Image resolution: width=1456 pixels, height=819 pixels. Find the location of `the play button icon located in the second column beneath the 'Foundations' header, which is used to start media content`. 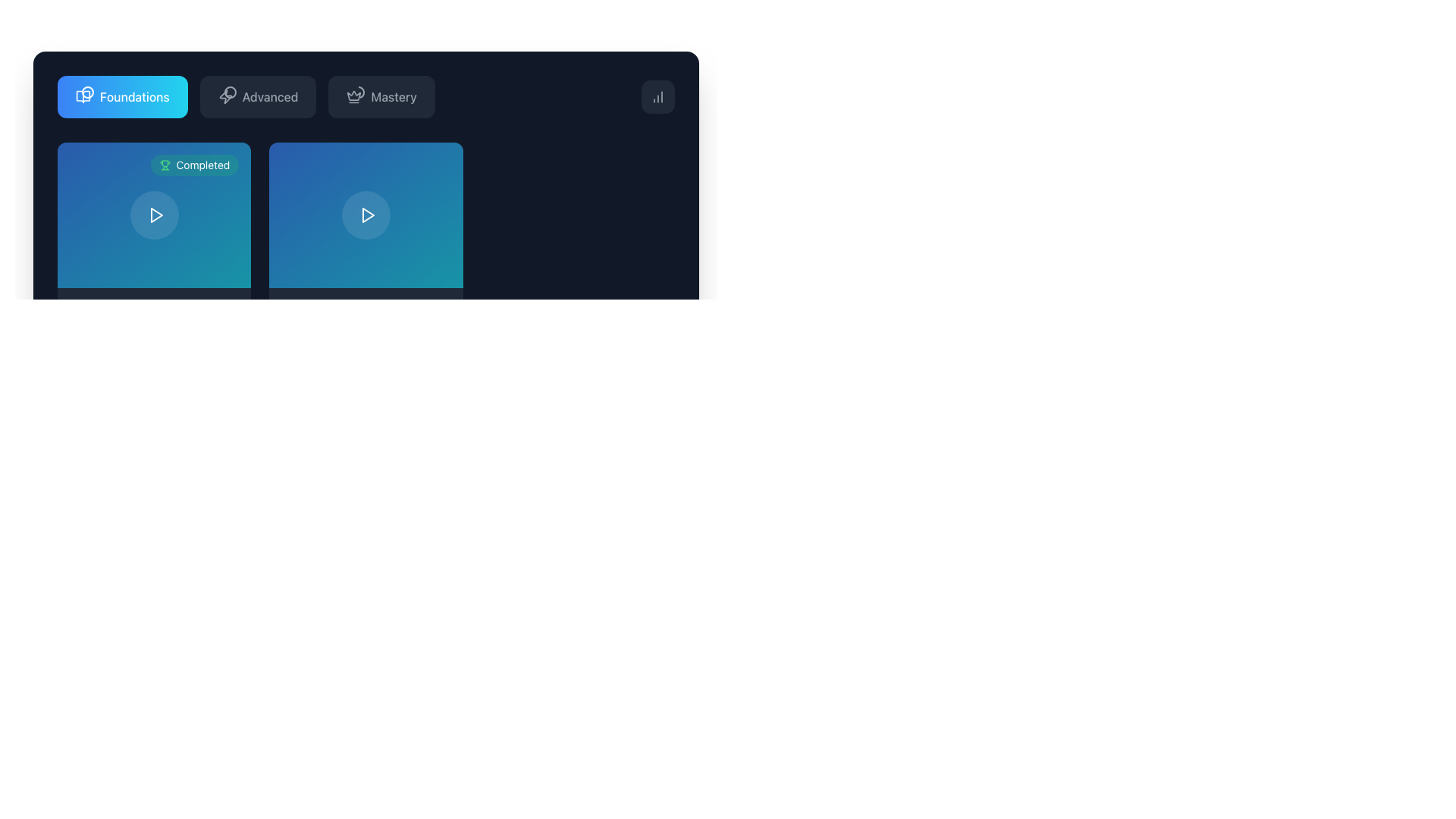

the play button icon located in the second column beneath the 'Foundations' header, which is used to start media content is located at coordinates (368, 215).